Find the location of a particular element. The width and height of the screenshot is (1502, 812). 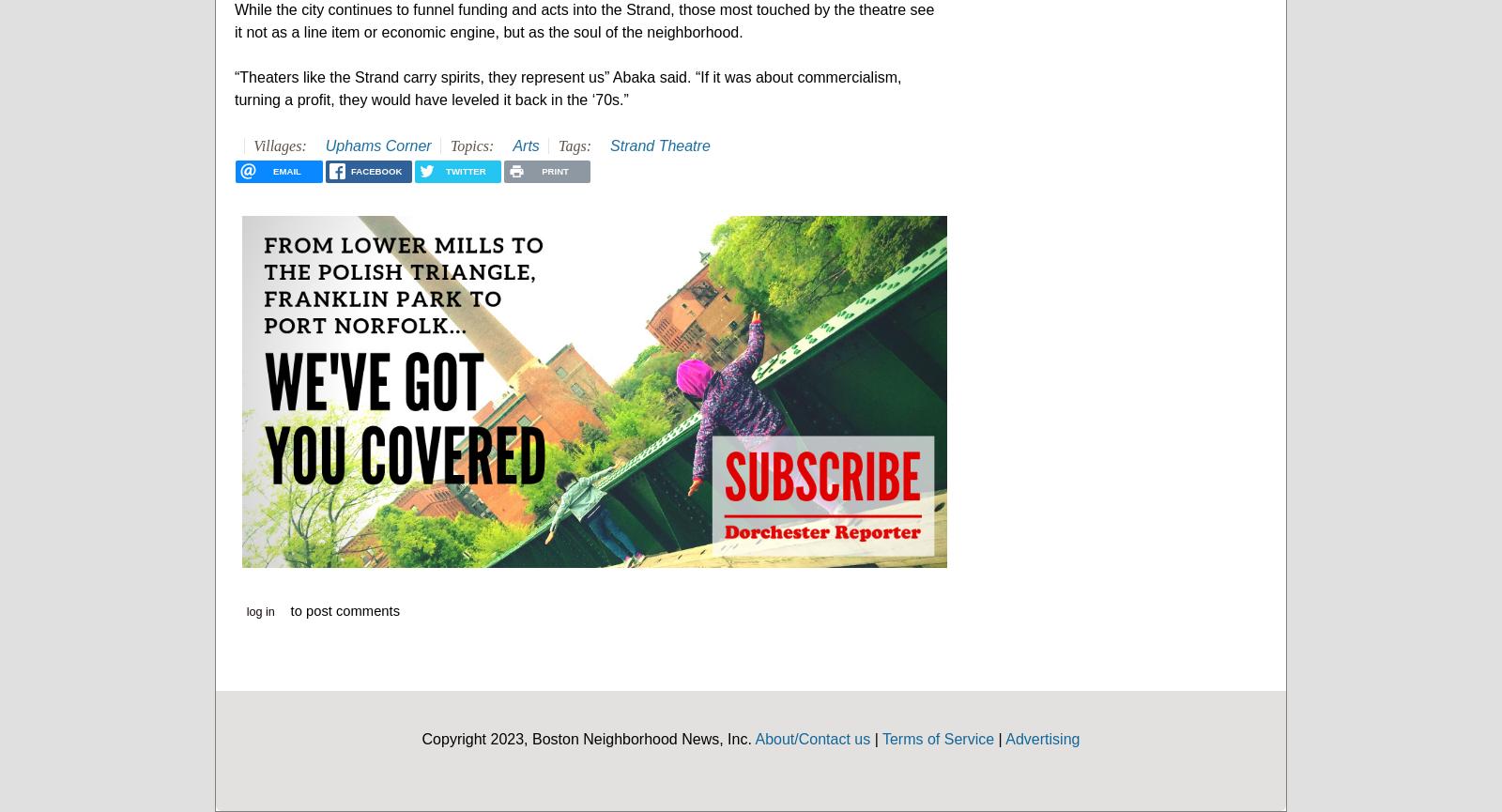

'Villages:' is located at coordinates (253, 144).